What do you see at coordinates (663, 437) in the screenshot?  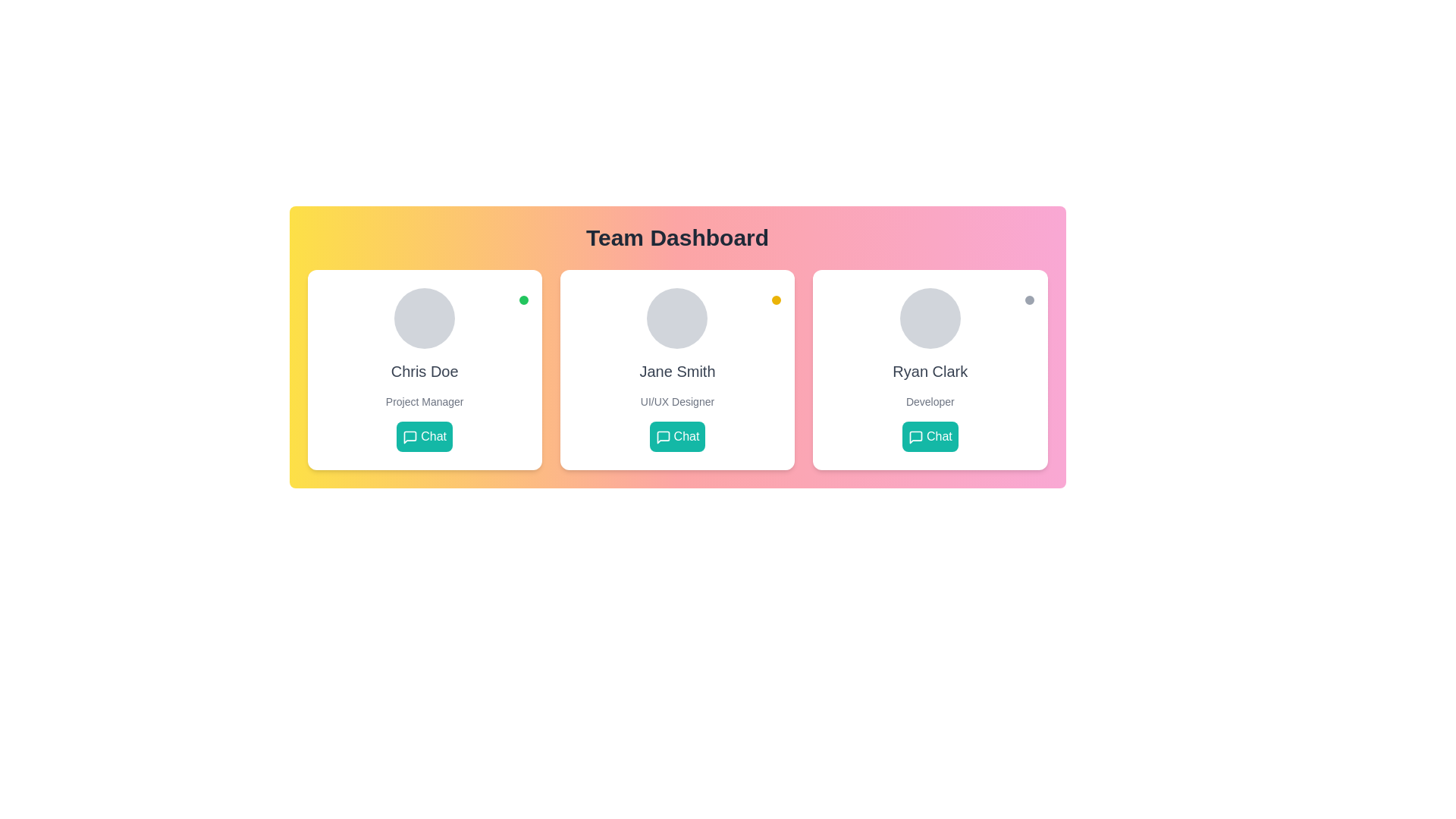 I see `SVG chat icon resembling a speech bubble located below the user's designation in the second card associated with 'Jane Smith'` at bounding box center [663, 437].